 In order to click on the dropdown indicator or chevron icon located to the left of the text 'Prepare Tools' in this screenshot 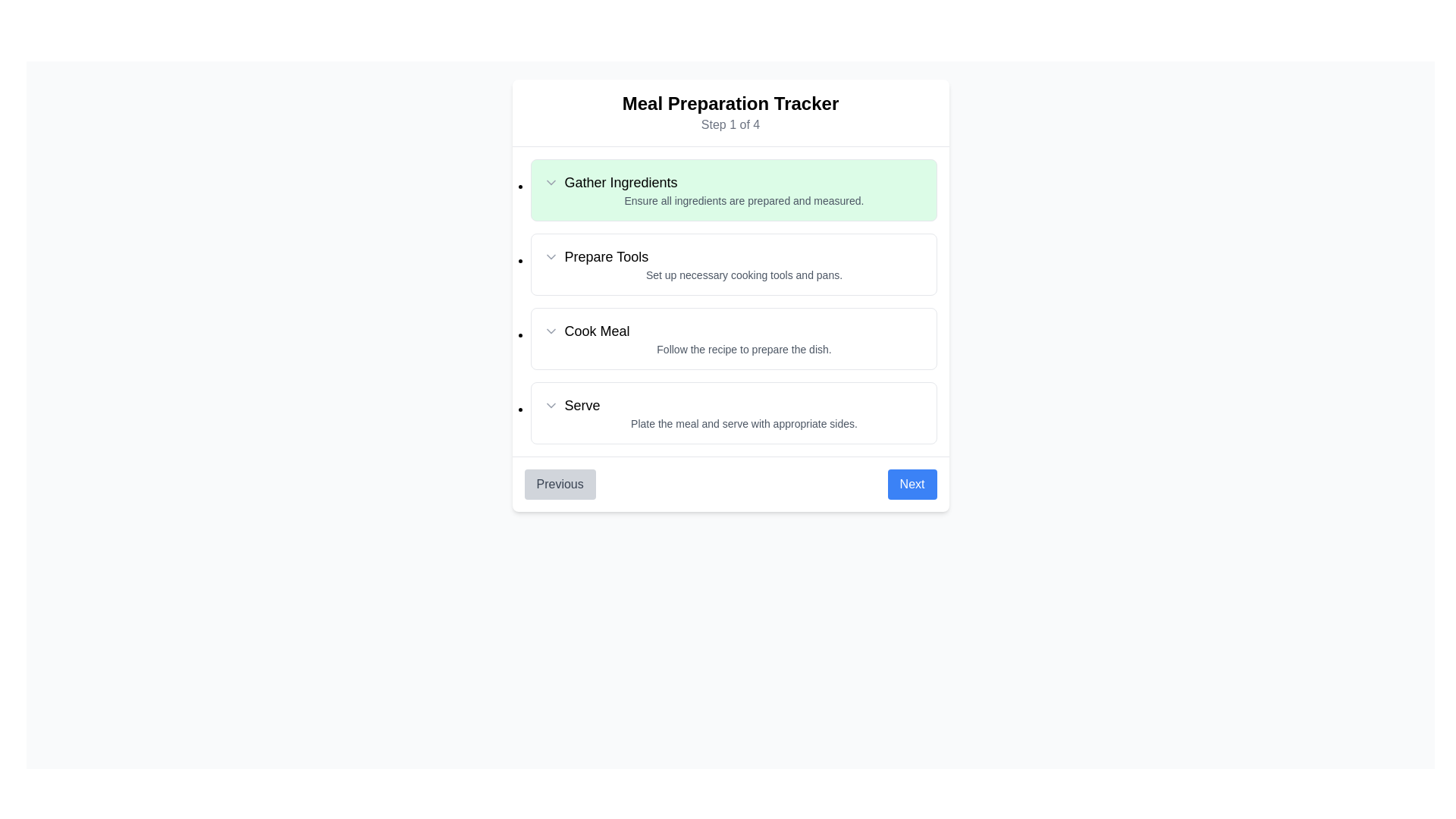, I will do `click(550, 256)`.